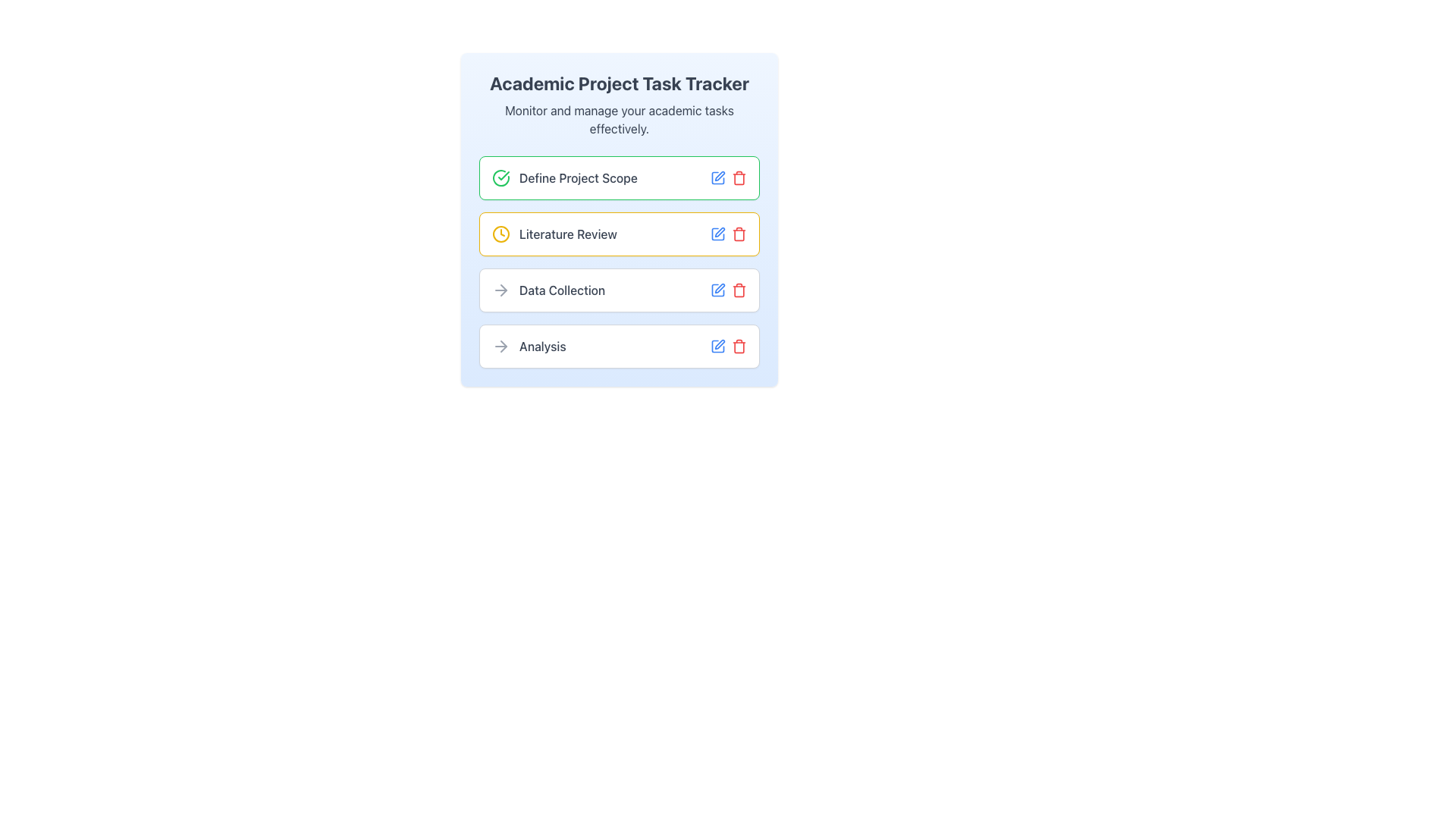 This screenshot has width=1456, height=819. What do you see at coordinates (563, 177) in the screenshot?
I see `the task title label located at the top of the task list, which is associated with a green checkmark icon and is part of the first card in a vertical sequence of similar cards` at bounding box center [563, 177].